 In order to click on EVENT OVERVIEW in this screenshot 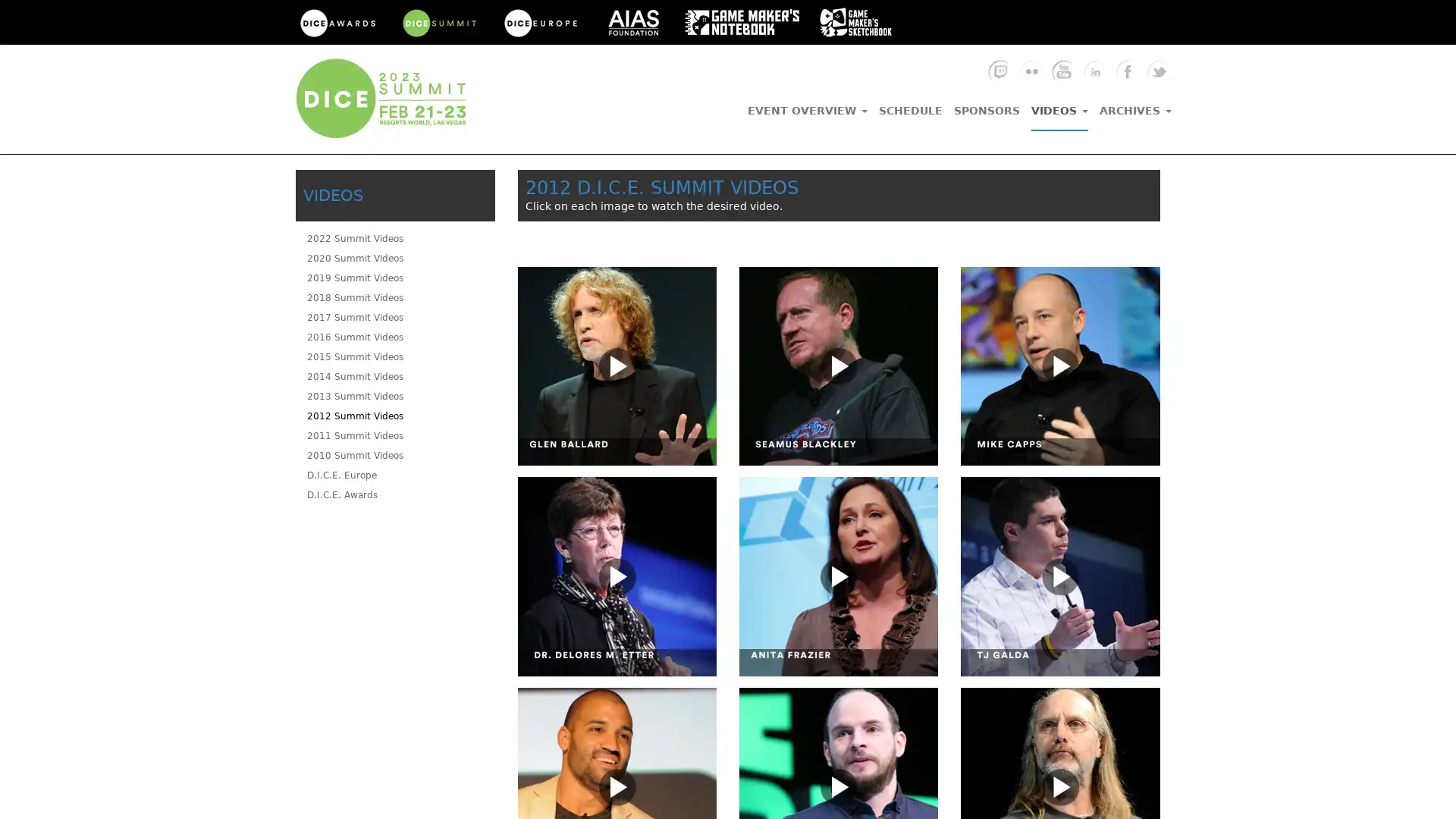, I will do `click(807, 110)`.